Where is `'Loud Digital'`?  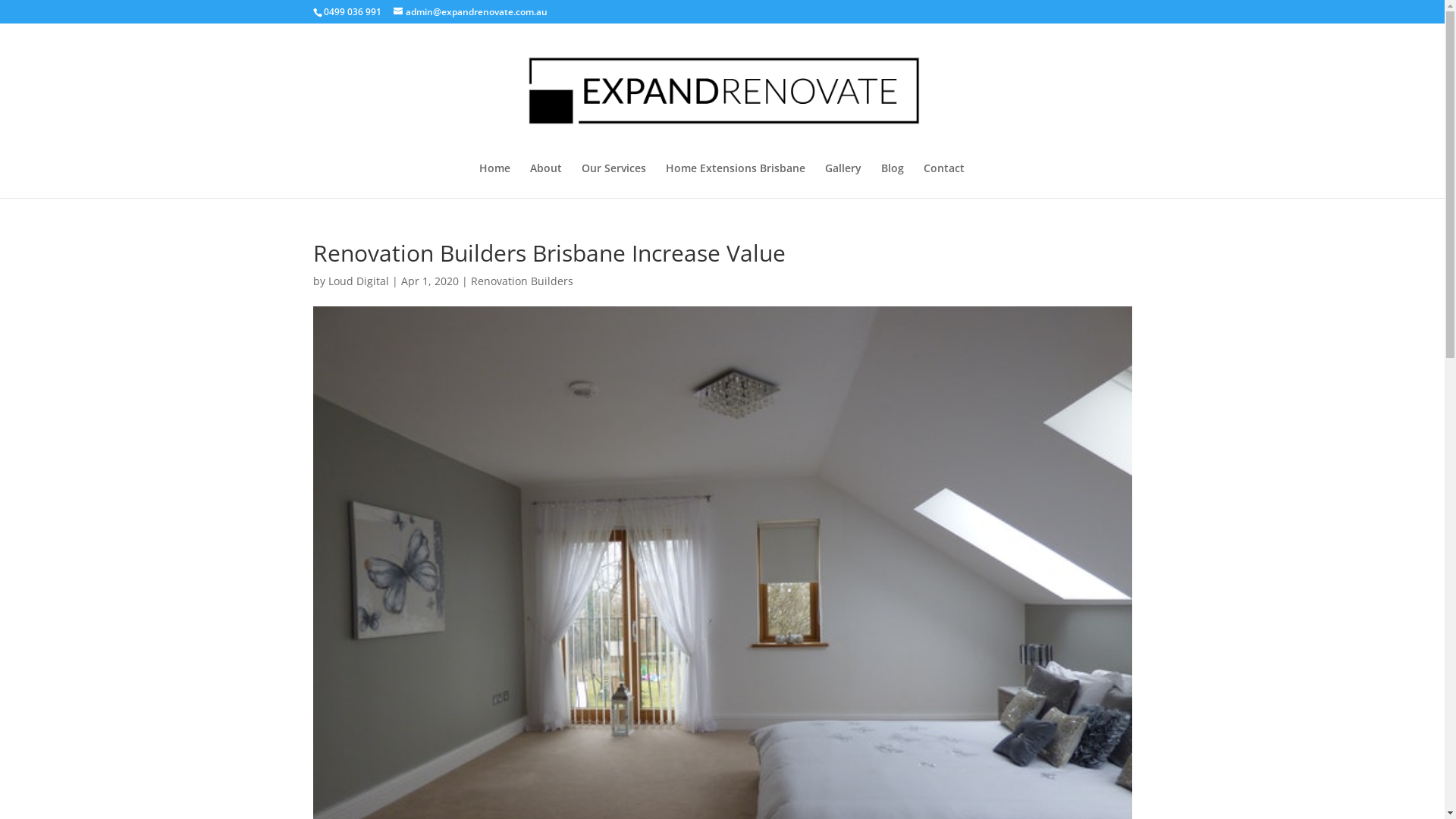 'Loud Digital' is located at coordinates (327, 281).